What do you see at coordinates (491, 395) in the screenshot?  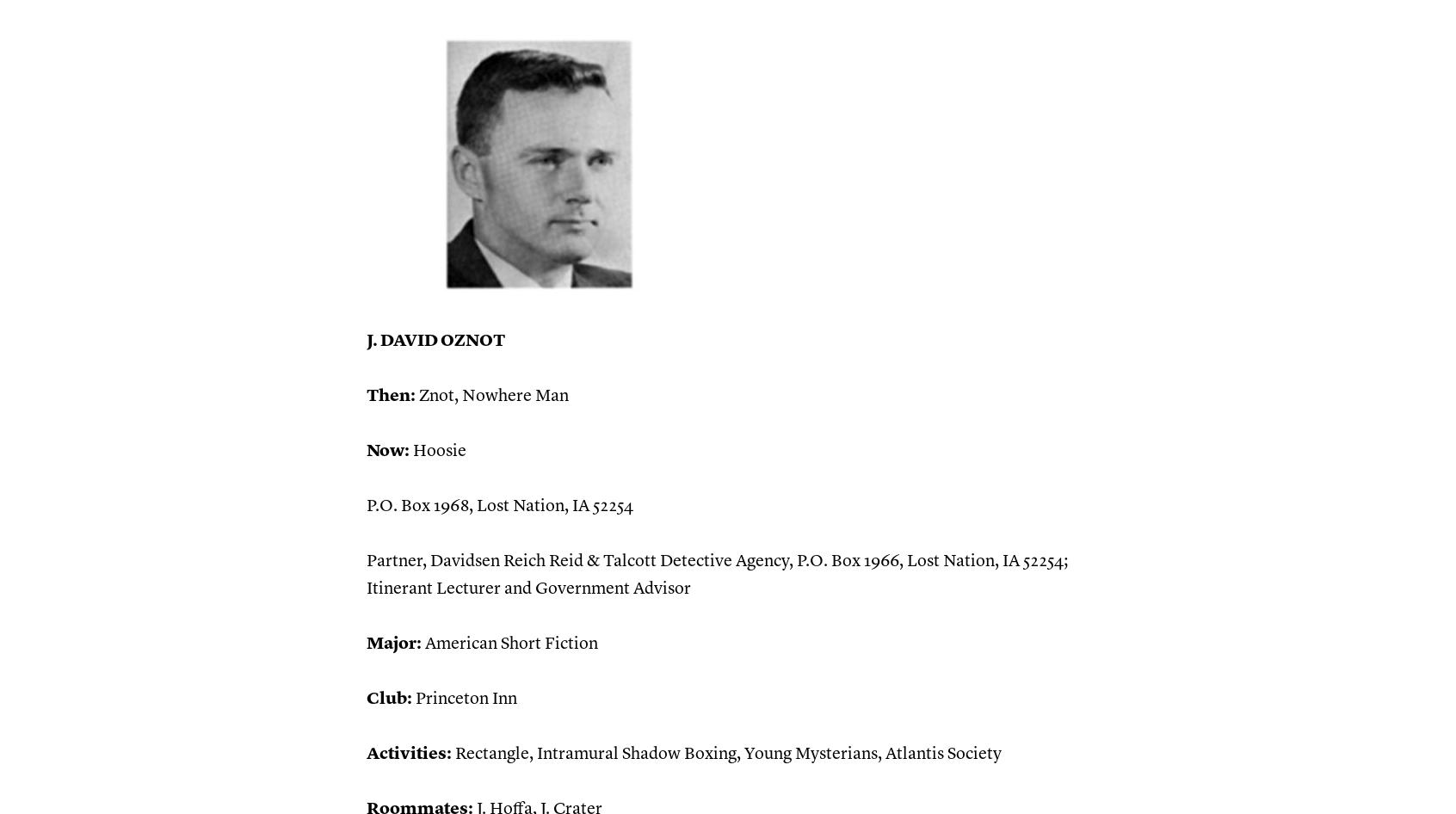 I see `'Znot, Nowhere Man'` at bounding box center [491, 395].